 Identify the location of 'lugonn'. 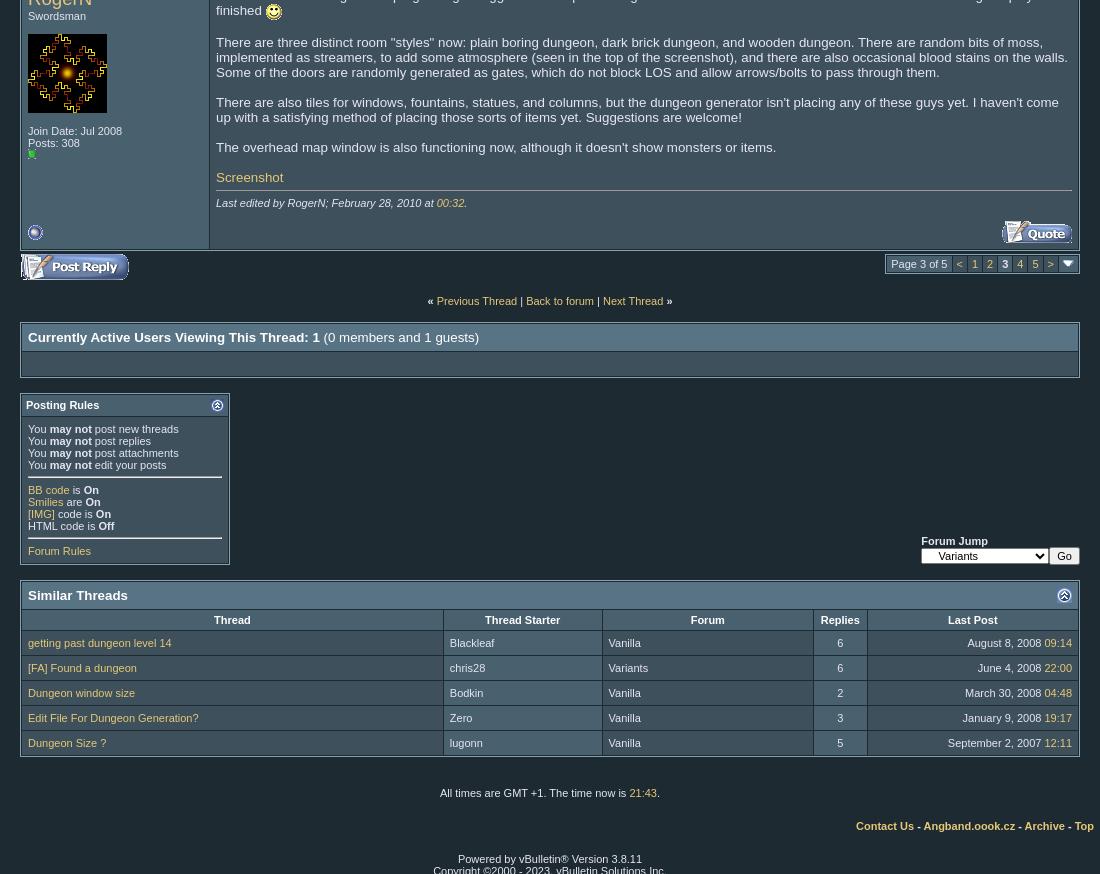
(448, 741).